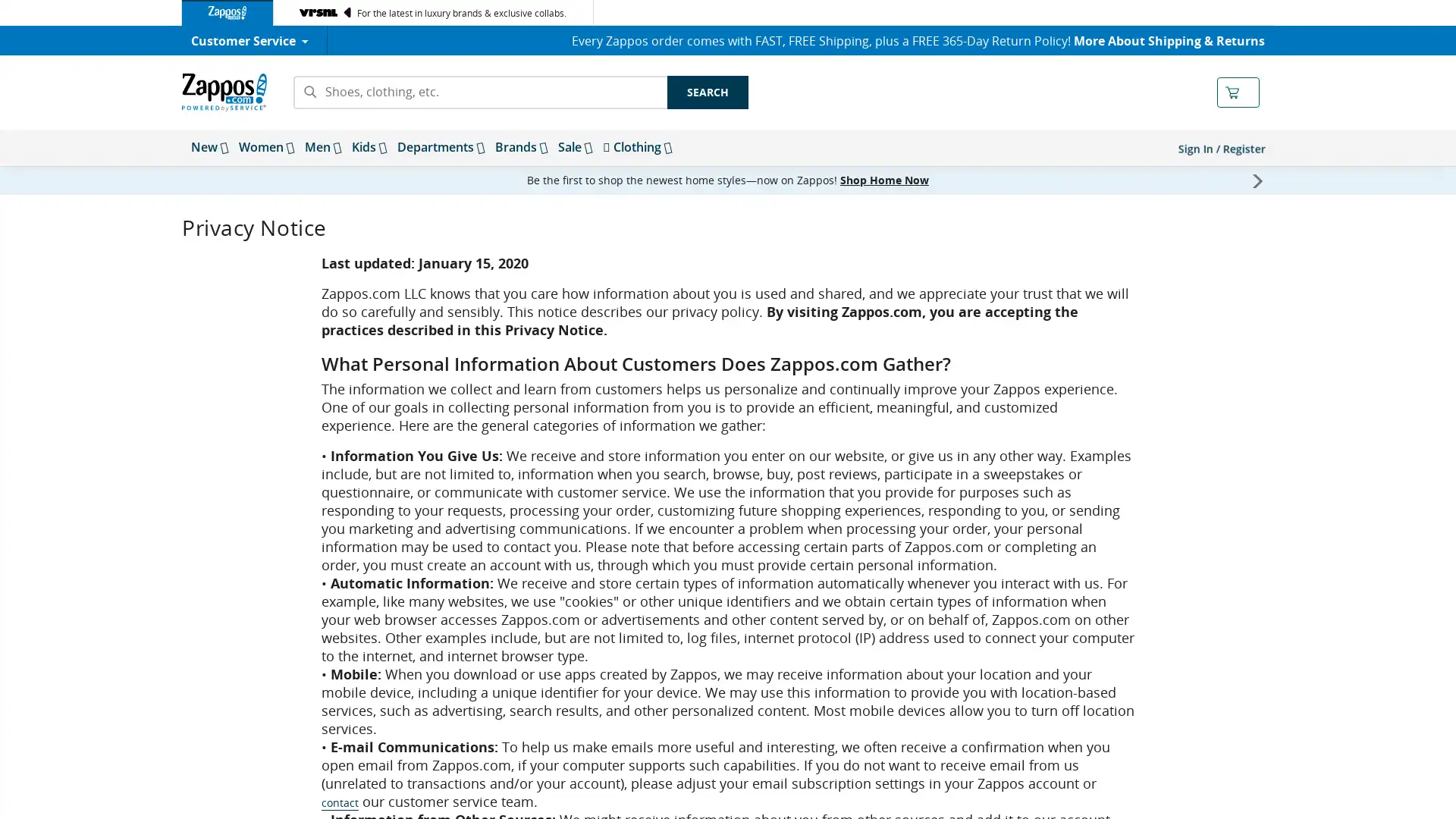 This screenshot has width=1456, height=819. What do you see at coordinates (199, 180) in the screenshot?
I see `Previous` at bounding box center [199, 180].